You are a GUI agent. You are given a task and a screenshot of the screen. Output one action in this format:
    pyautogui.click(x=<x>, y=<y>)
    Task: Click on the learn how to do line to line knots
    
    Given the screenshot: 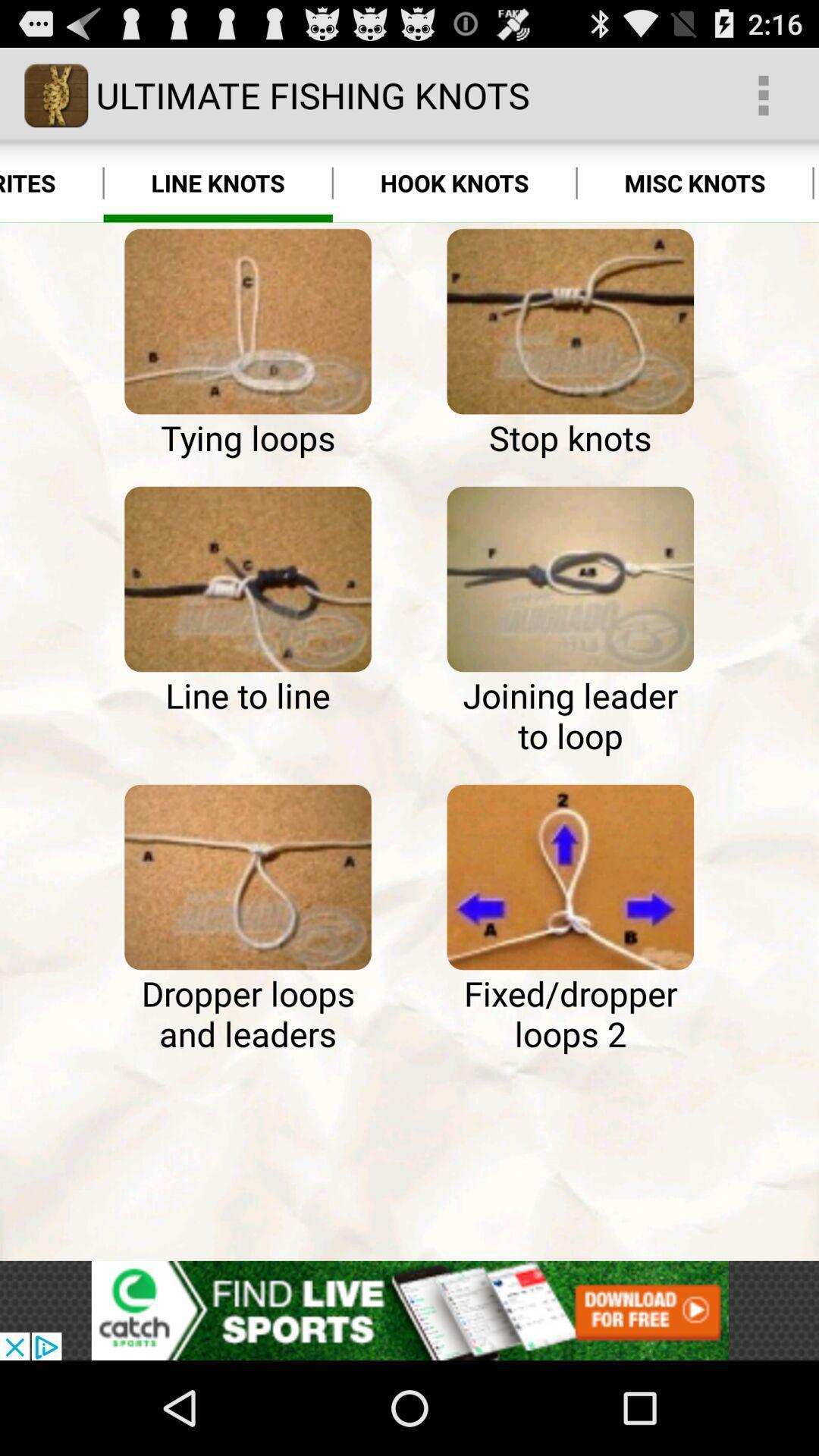 What is the action you would take?
    pyautogui.click(x=247, y=578)
    